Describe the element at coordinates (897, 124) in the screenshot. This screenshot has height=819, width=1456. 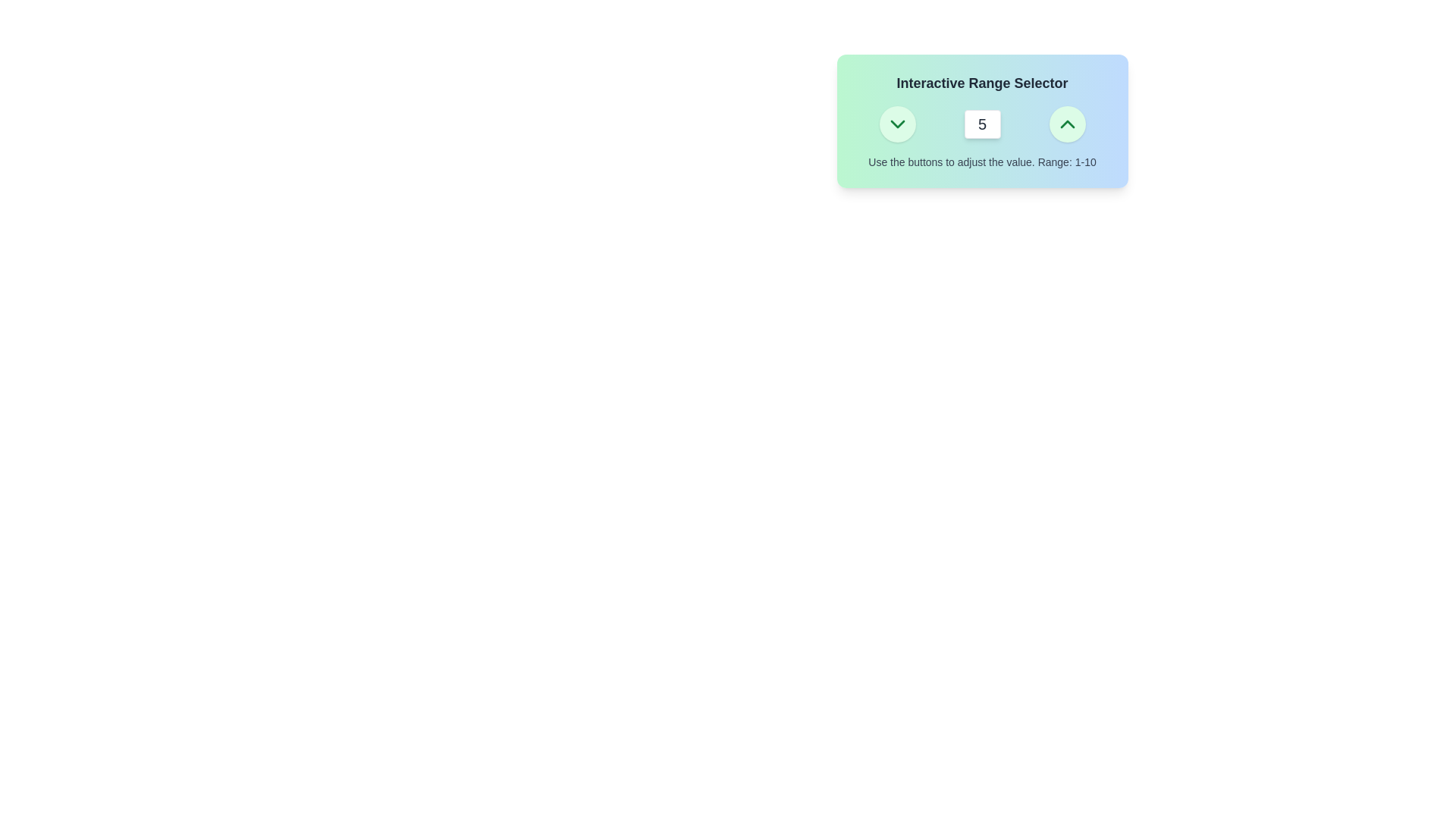
I see `the downward-pointing chevron icon with a green outline, located within a circular button, to decrease the range value` at that location.